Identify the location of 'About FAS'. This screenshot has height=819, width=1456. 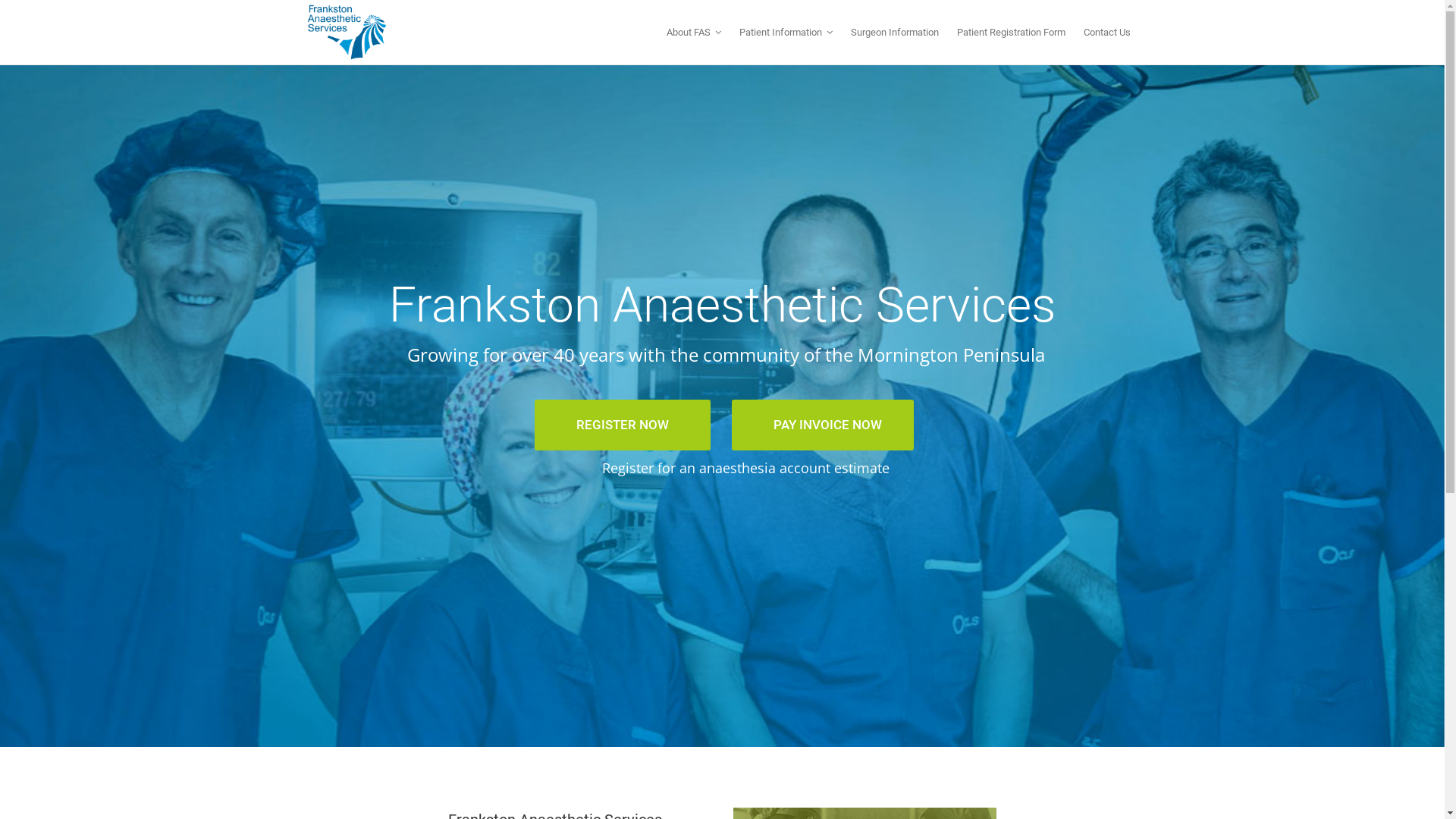
(692, 32).